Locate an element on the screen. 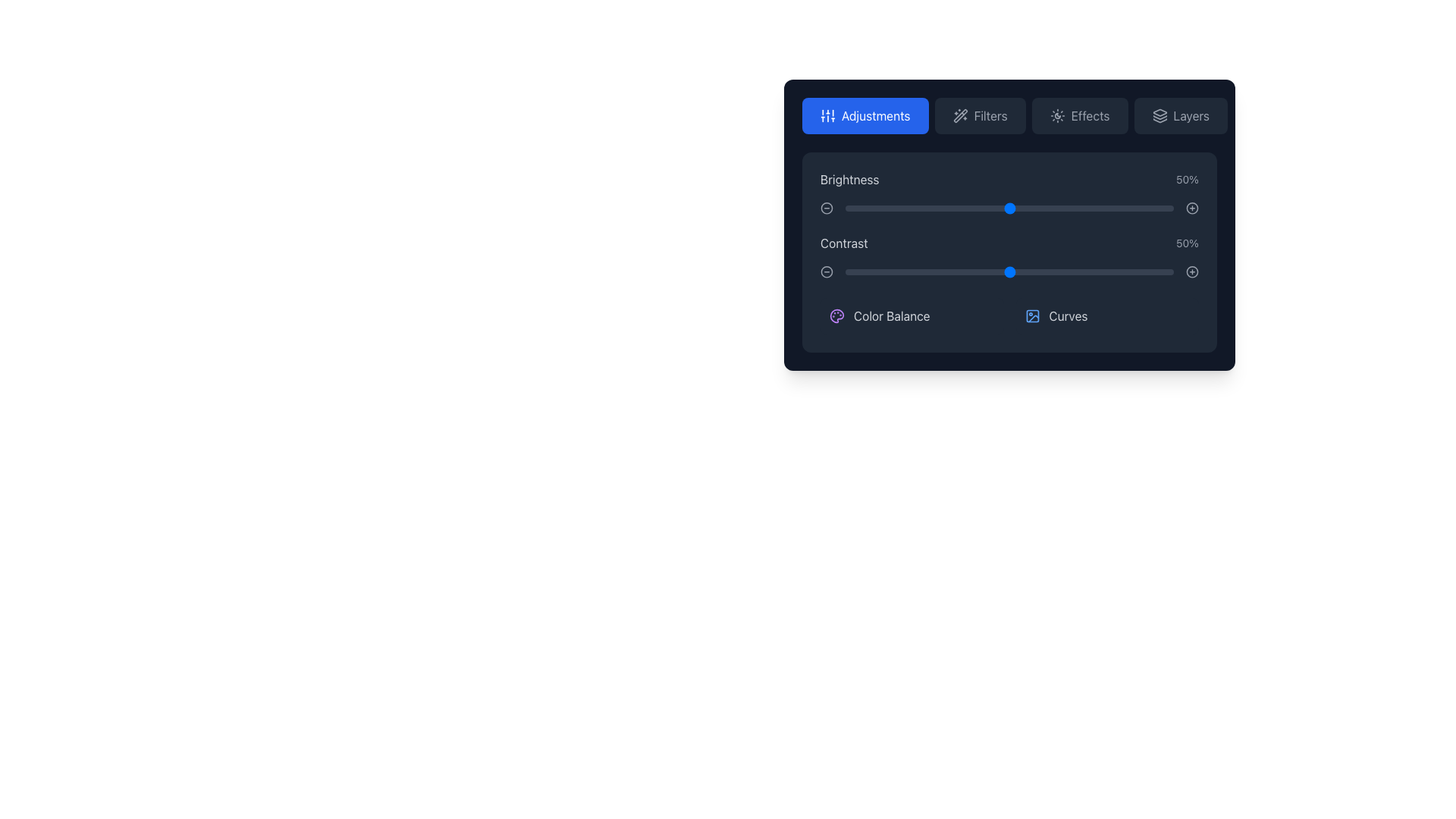  the text label located towards the bottom left of the dialog, immediately to the right of the purple icon is located at coordinates (892, 315).